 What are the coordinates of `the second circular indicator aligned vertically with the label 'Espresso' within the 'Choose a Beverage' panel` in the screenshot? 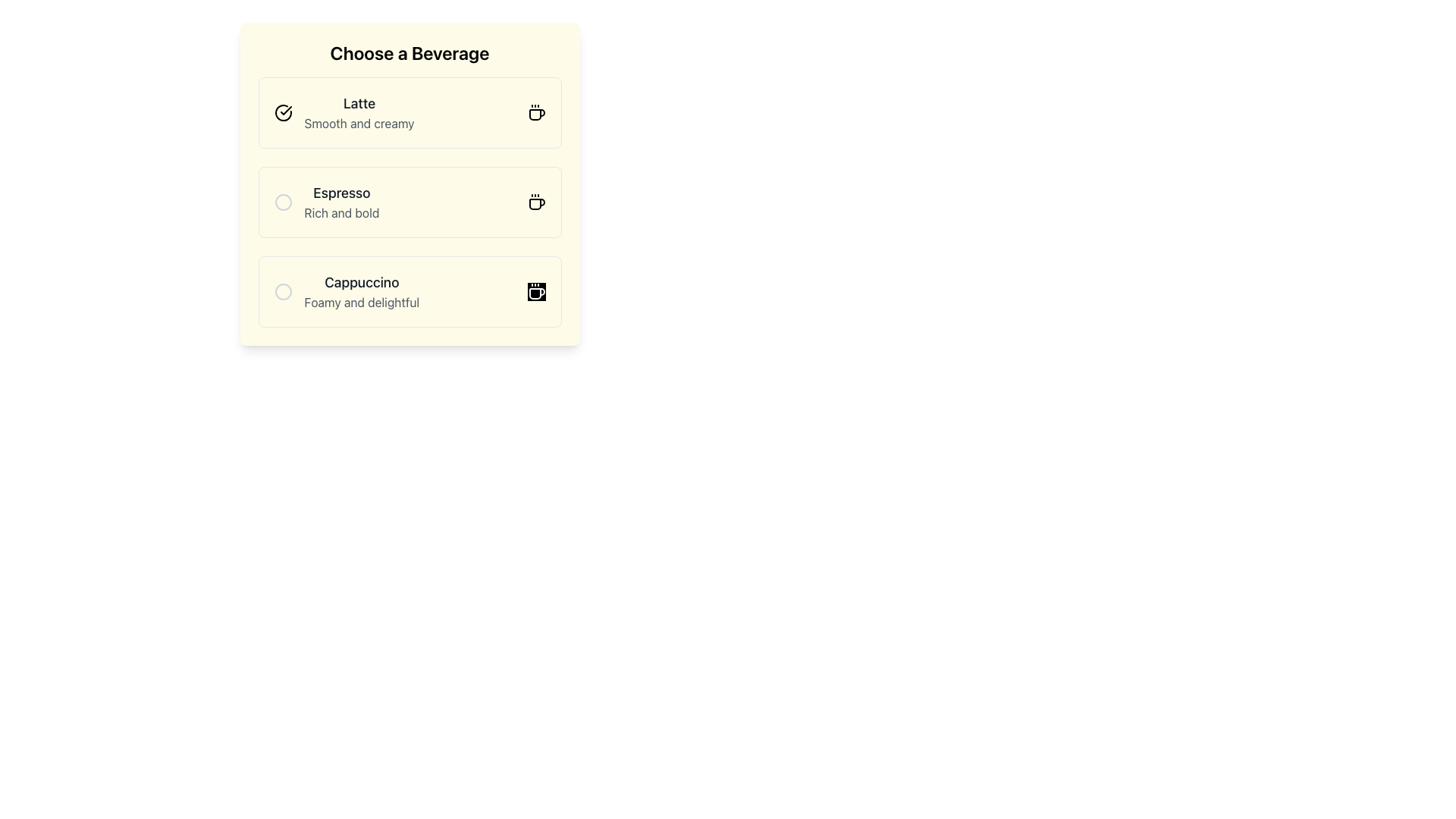 It's located at (283, 201).